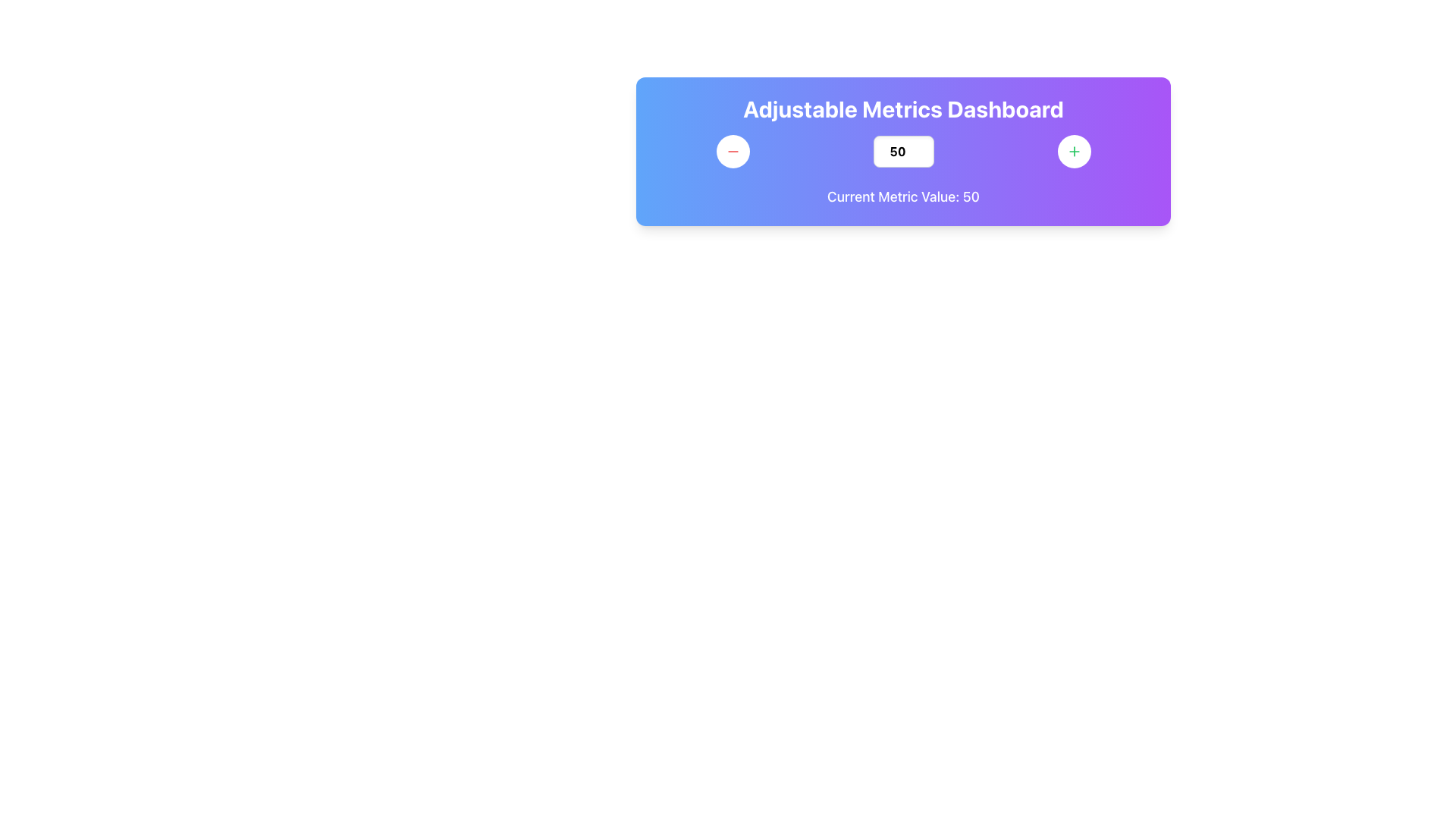 The height and width of the screenshot is (819, 1456). I want to click on the white circular button with a green plus icon, so click(1073, 152).